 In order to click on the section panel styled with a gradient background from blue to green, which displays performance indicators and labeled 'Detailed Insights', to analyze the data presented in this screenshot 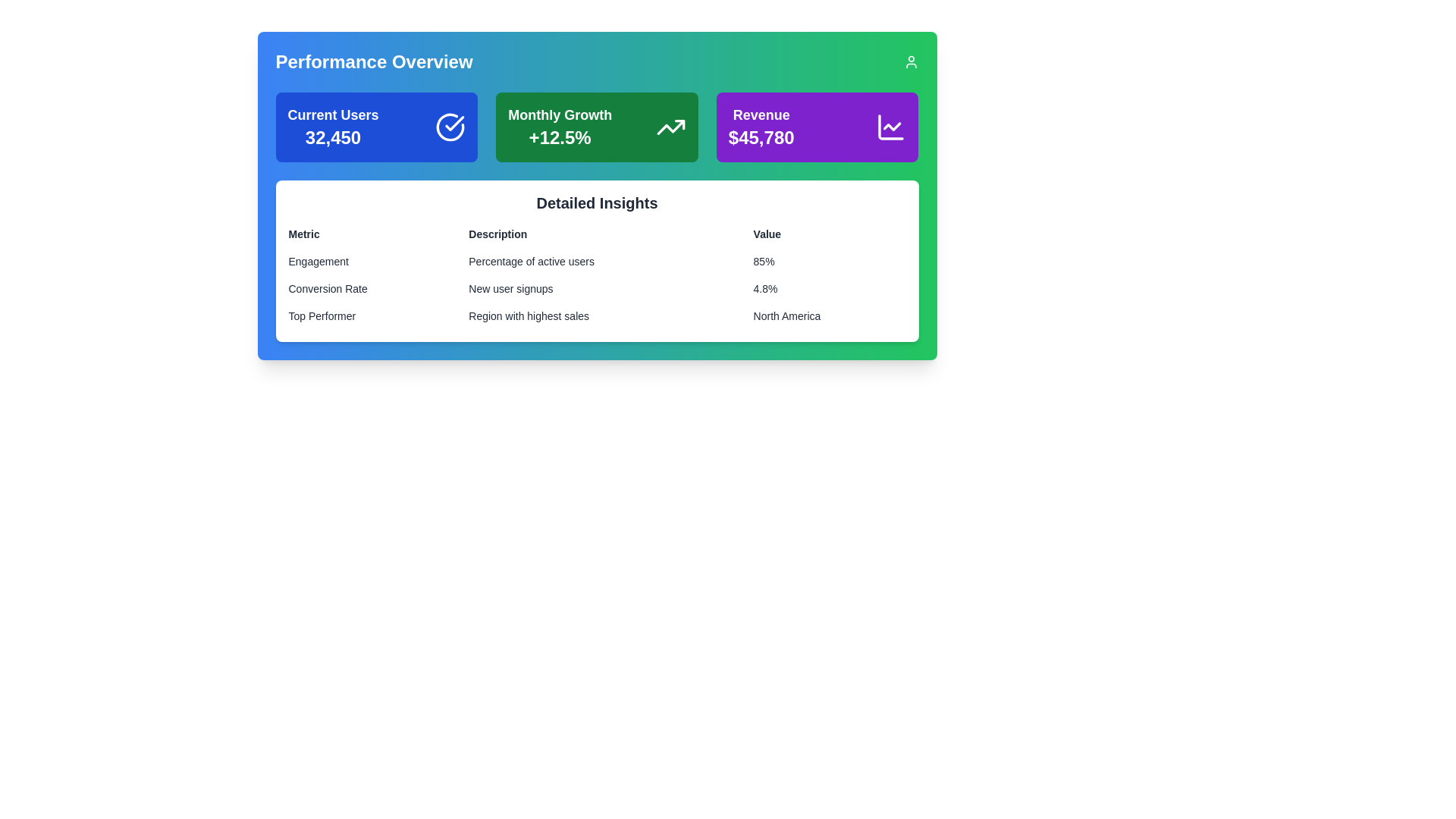, I will do `click(596, 195)`.